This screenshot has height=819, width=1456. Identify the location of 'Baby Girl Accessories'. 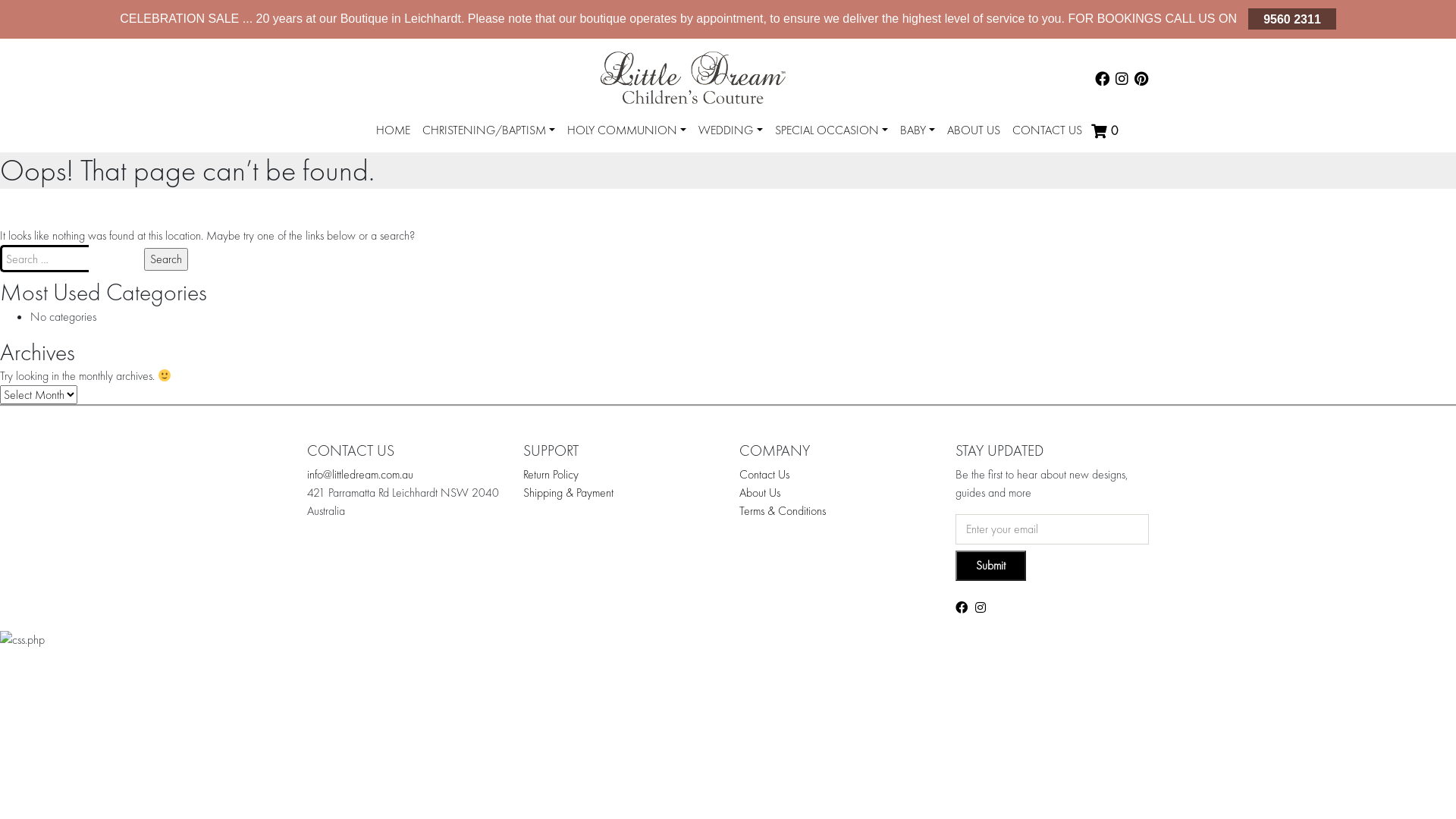
(976, 163).